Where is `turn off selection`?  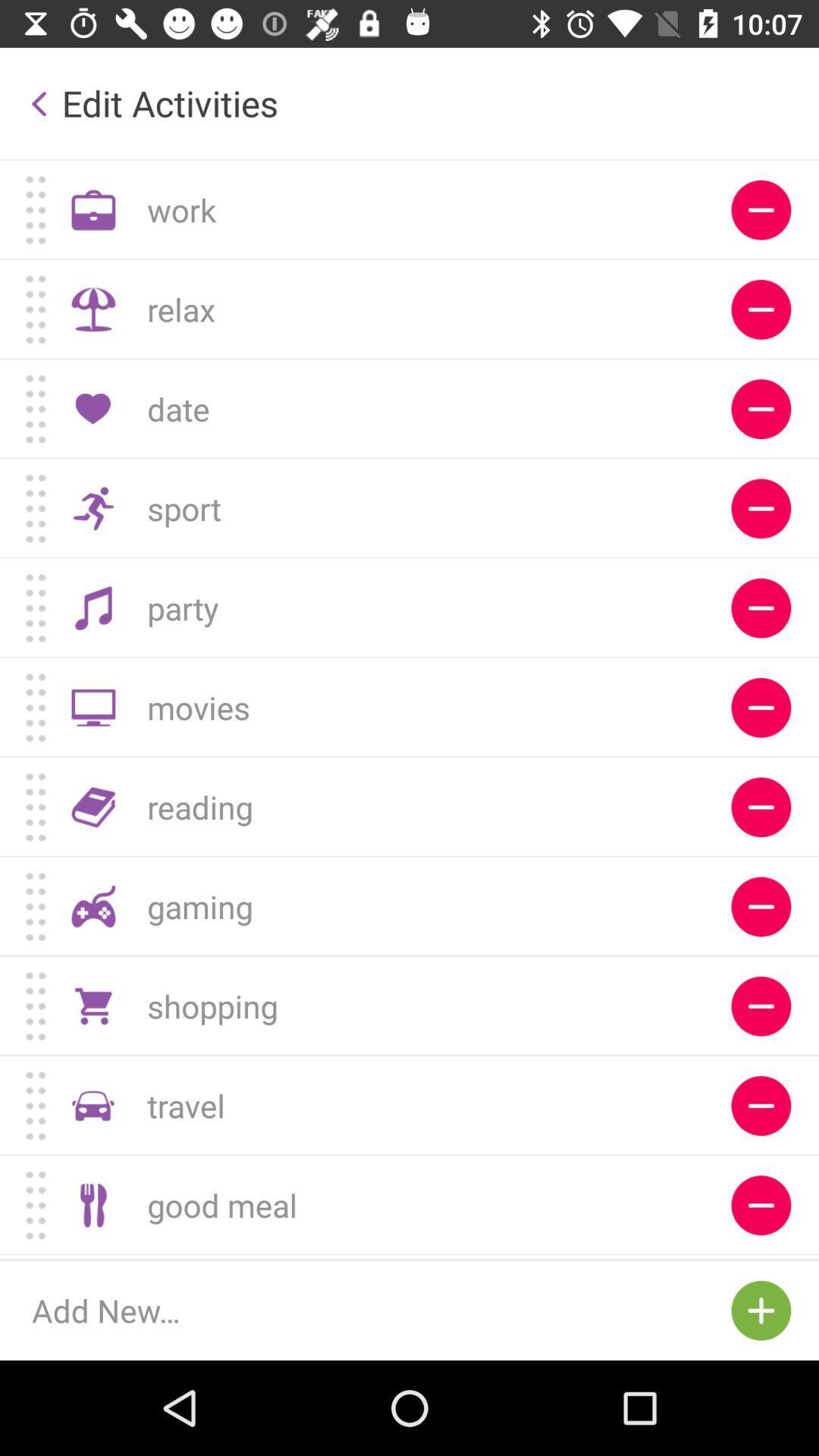
turn off selection is located at coordinates (761, 608).